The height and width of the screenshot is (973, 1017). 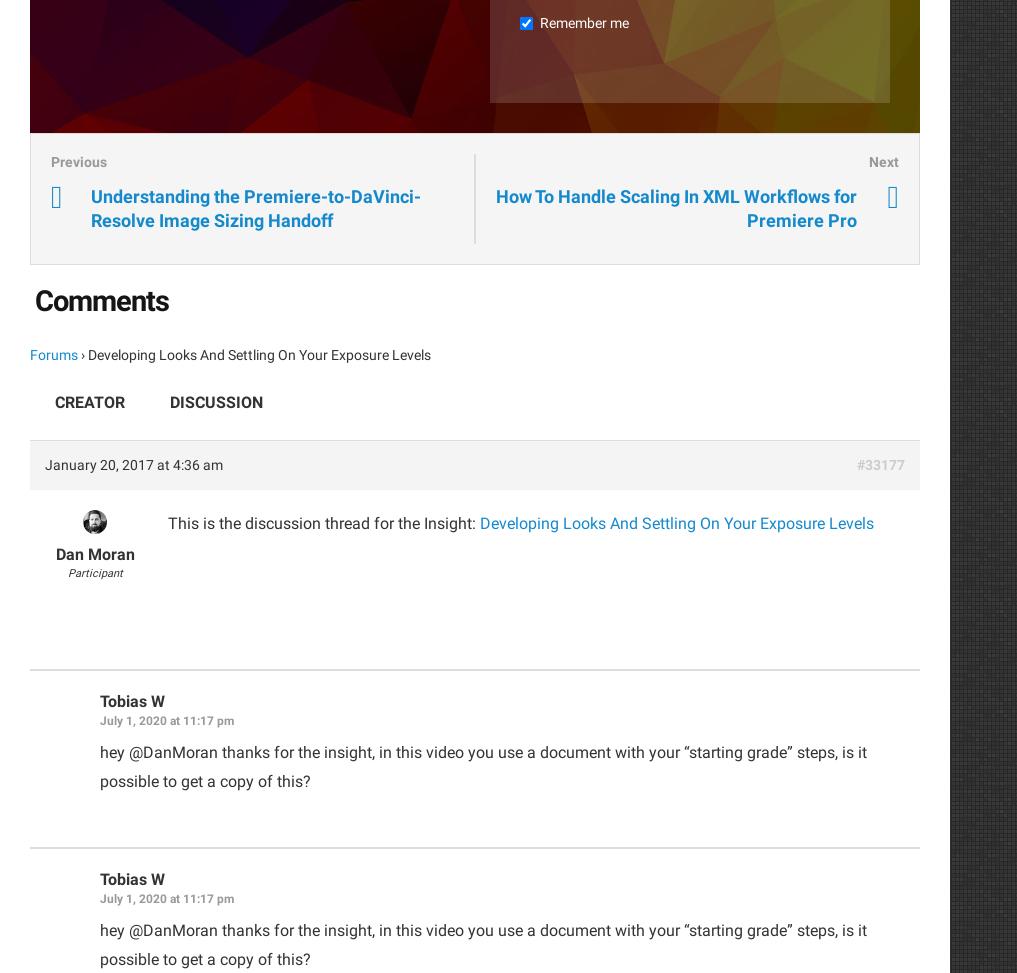 What do you see at coordinates (95, 552) in the screenshot?
I see `'Dan Moran'` at bounding box center [95, 552].